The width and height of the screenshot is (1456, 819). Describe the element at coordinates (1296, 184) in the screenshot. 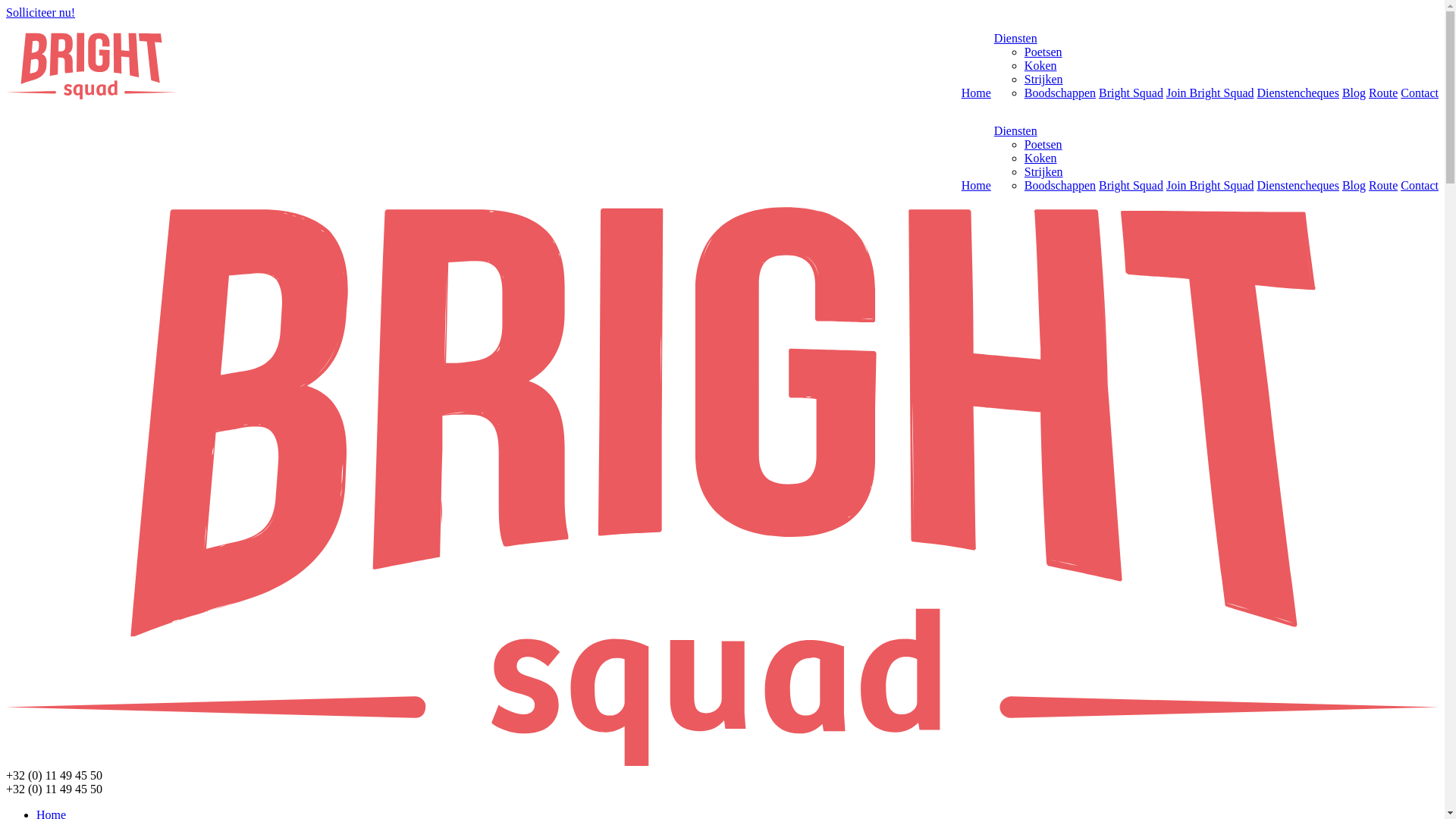

I see `'Dienstencheques'` at that location.